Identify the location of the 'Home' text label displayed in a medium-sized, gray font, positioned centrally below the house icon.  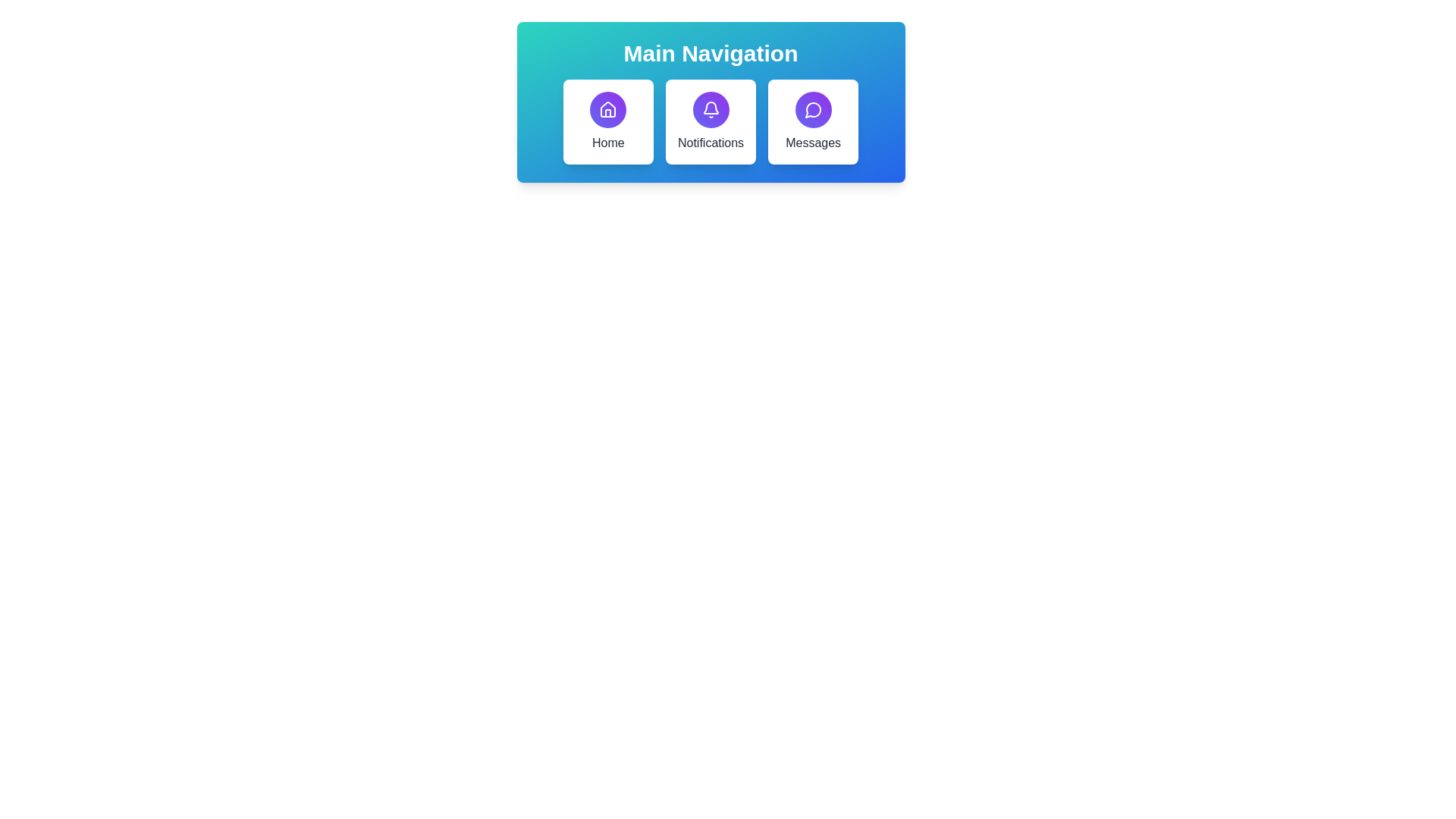
(608, 143).